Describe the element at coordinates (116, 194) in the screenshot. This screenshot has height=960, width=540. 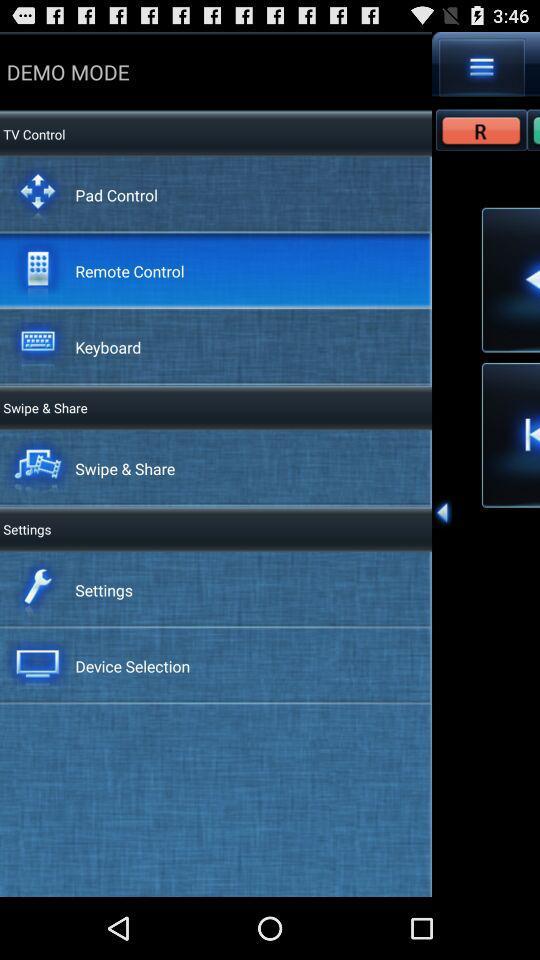
I see `item below the demo mode icon` at that location.